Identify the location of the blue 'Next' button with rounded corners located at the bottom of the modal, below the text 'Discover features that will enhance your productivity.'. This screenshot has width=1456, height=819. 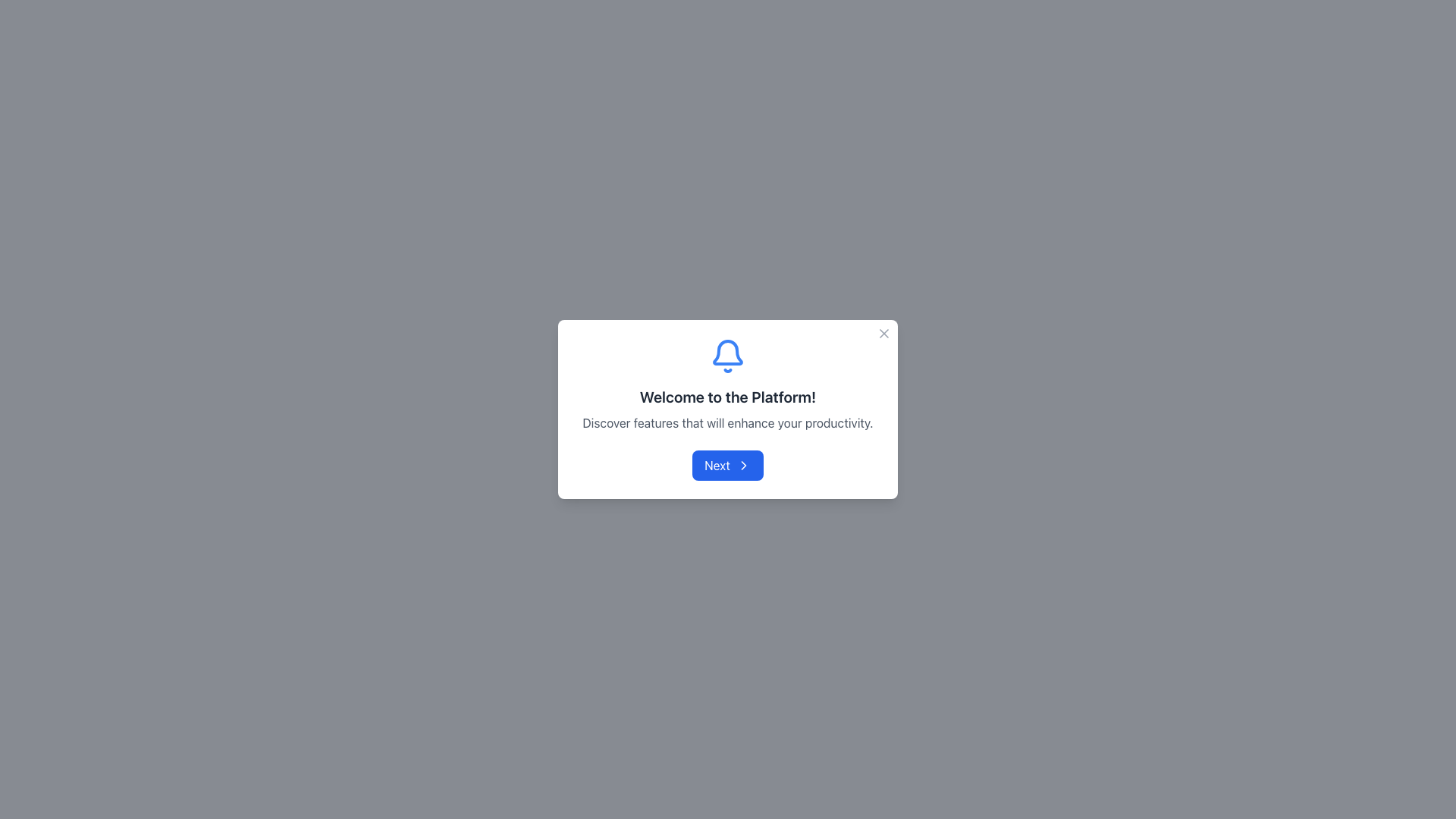
(728, 464).